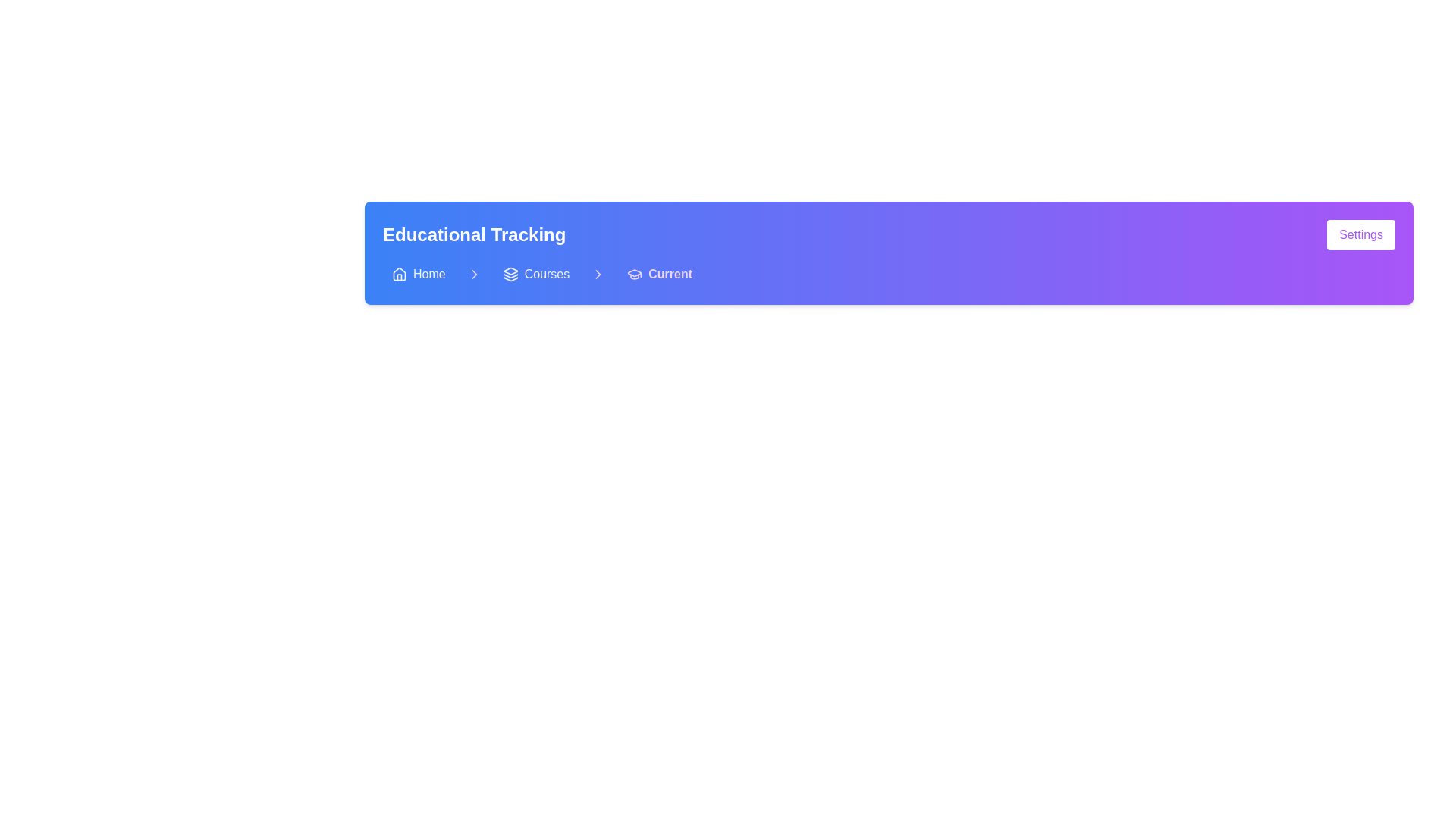 The width and height of the screenshot is (1456, 819). Describe the element at coordinates (660, 275) in the screenshot. I see `the Breadcrumb navigation item labeled 'Current' which is styled in bold purple text and accompanied by a graduation cap icon` at that location.